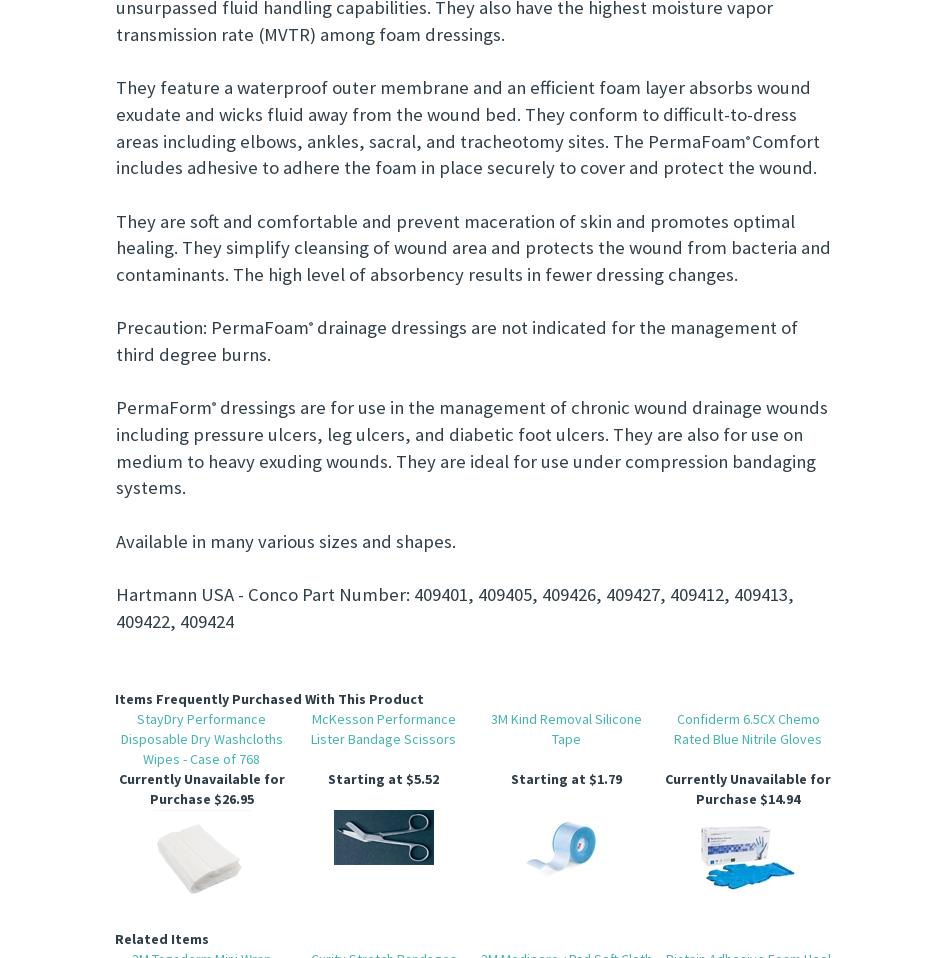 Image resolution: width=950 pixels, height=958 pixels. What do you see at coordinates (470, 447) in the screenshot?
I see `'dressings are for use in the management of chronic wound drainage wounds including pressure ulcers, leg ulcers, and diabetic foot ulcers. They are also for use on medium to heavy exuding wounds. They are ideal for use under compression bandaging systems.'` at bounding box center [470, 447].